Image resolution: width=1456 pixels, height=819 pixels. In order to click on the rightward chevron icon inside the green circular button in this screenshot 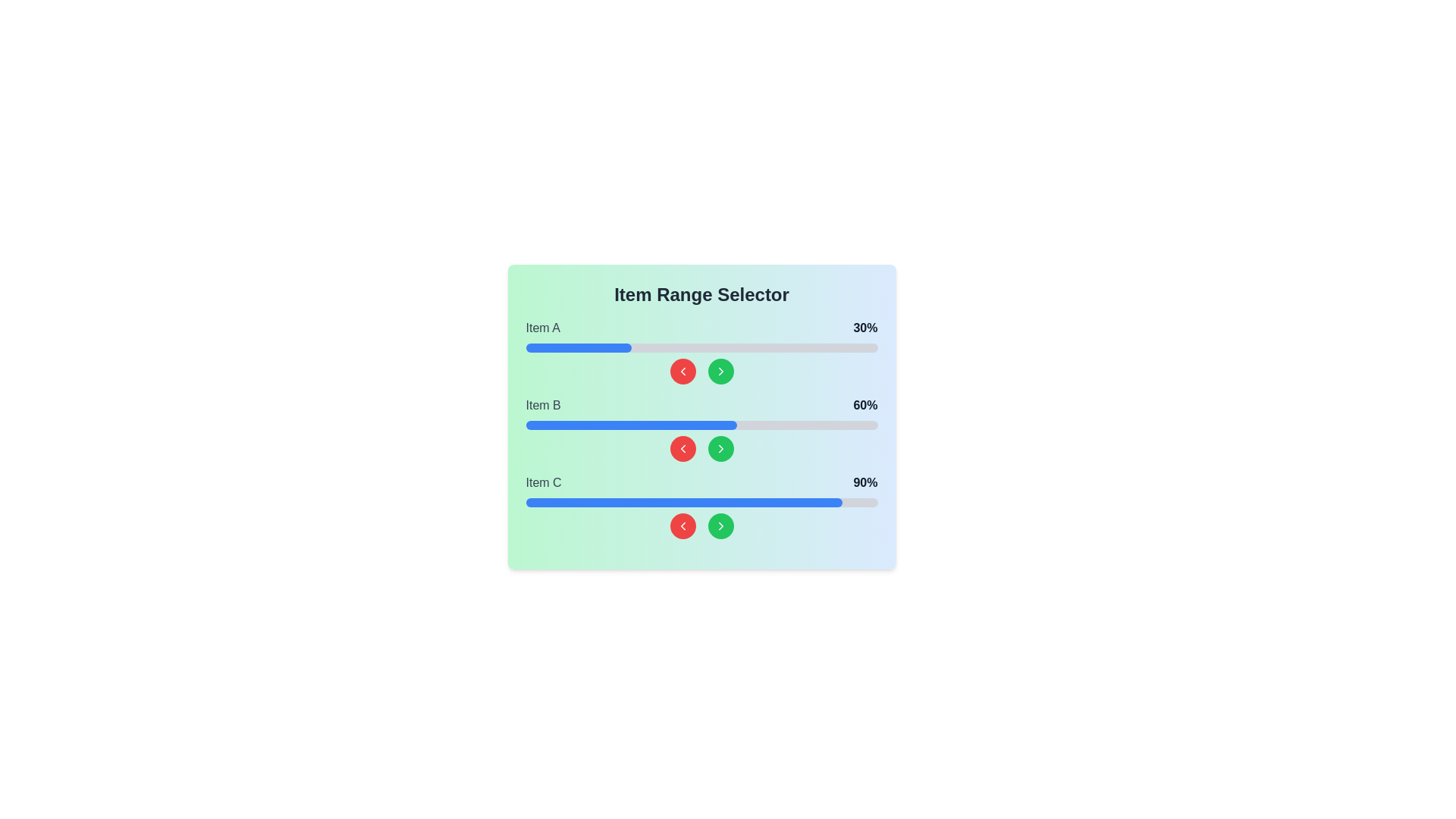, I will do `click(720, 371)`.